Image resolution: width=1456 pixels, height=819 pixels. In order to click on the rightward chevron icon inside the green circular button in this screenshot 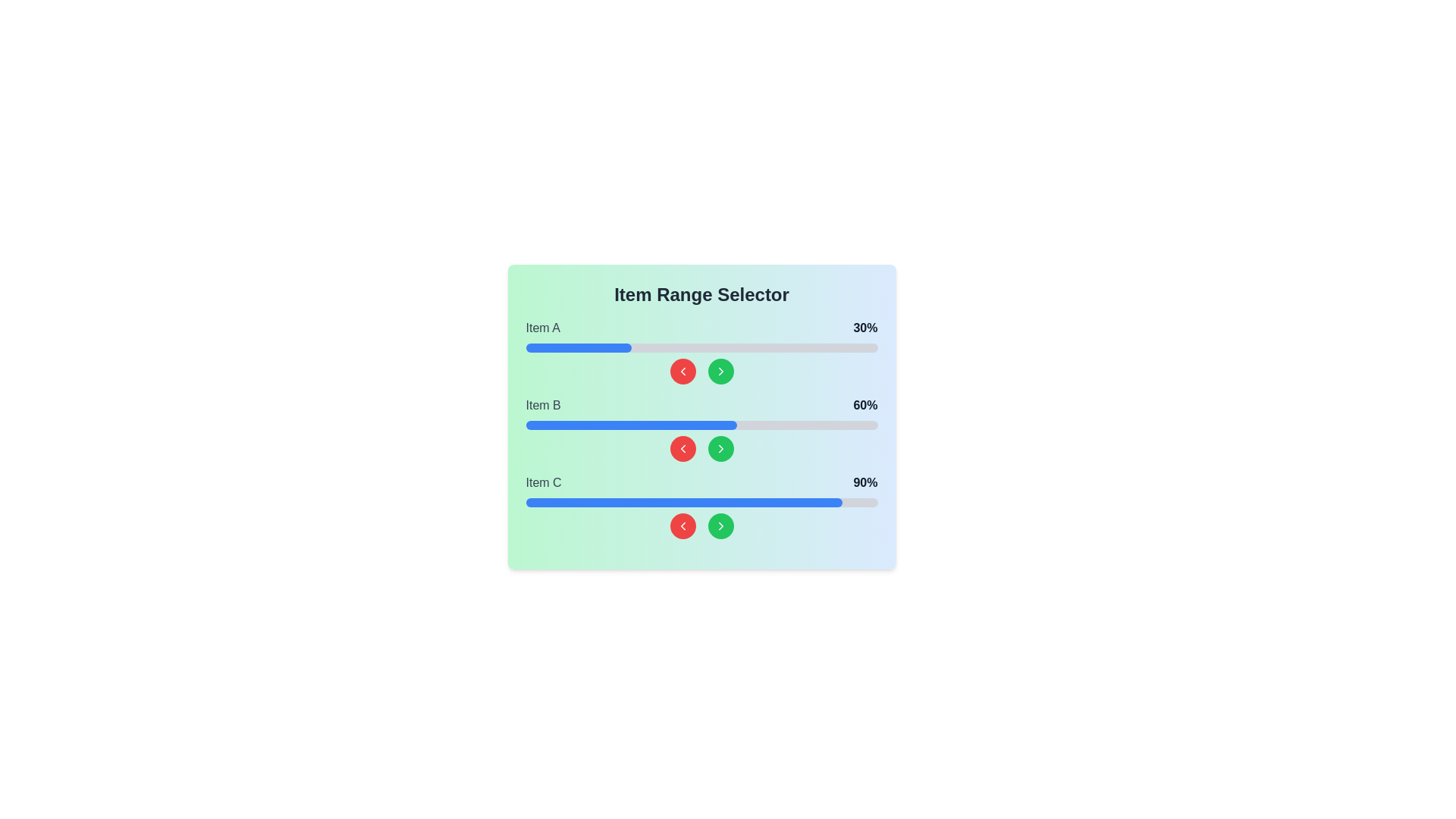, I will do `click(720, 371)`.